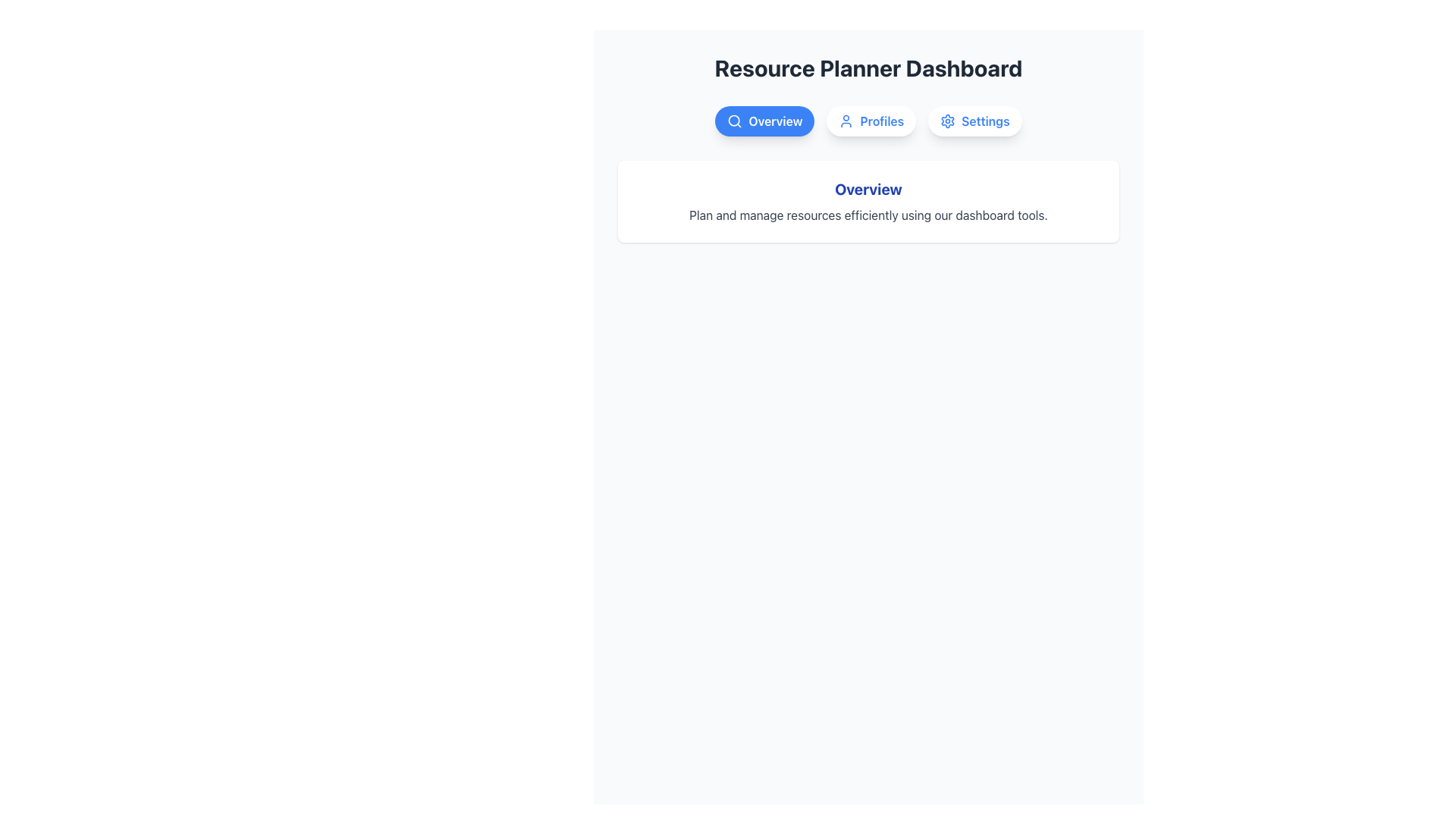  Describe the element at coordinates (735, 120) in the screenshot. I see `the 'Overview' button, which is the leftmost button in a horizontal list and features an icon indicating search or overview functionality` at that location.